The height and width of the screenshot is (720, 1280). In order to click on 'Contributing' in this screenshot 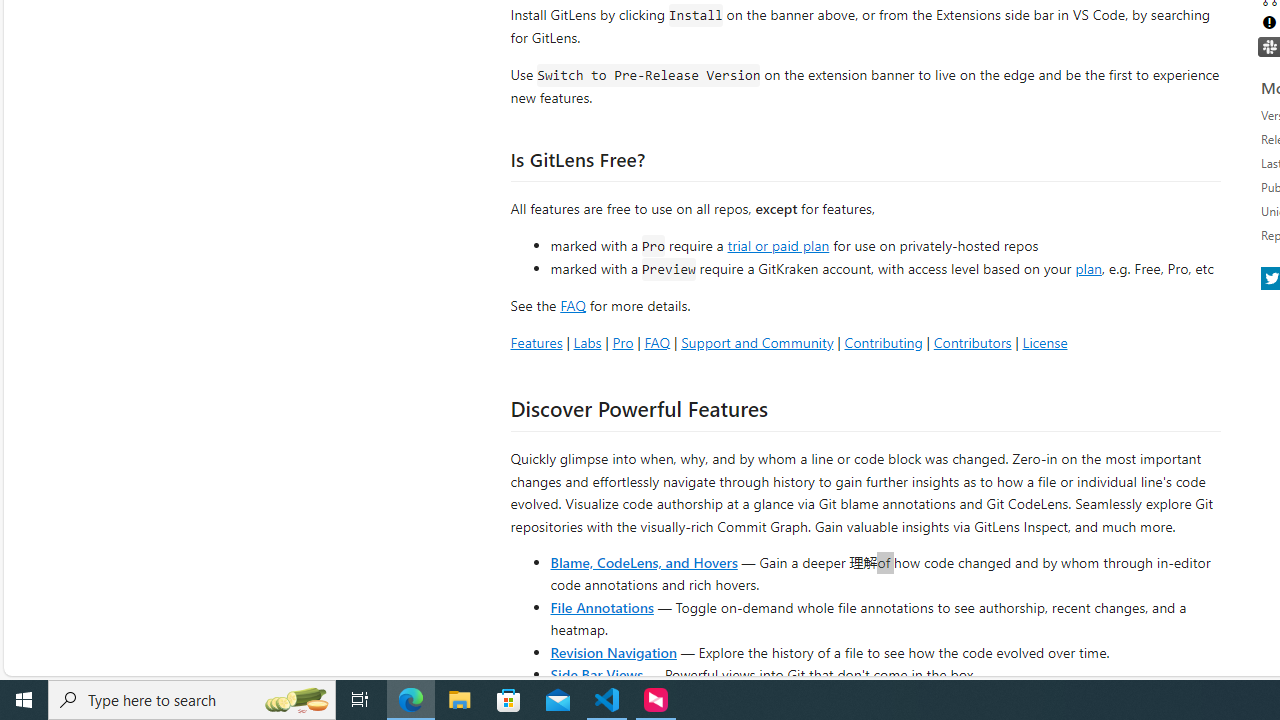, I will do `click(882, 341)`.